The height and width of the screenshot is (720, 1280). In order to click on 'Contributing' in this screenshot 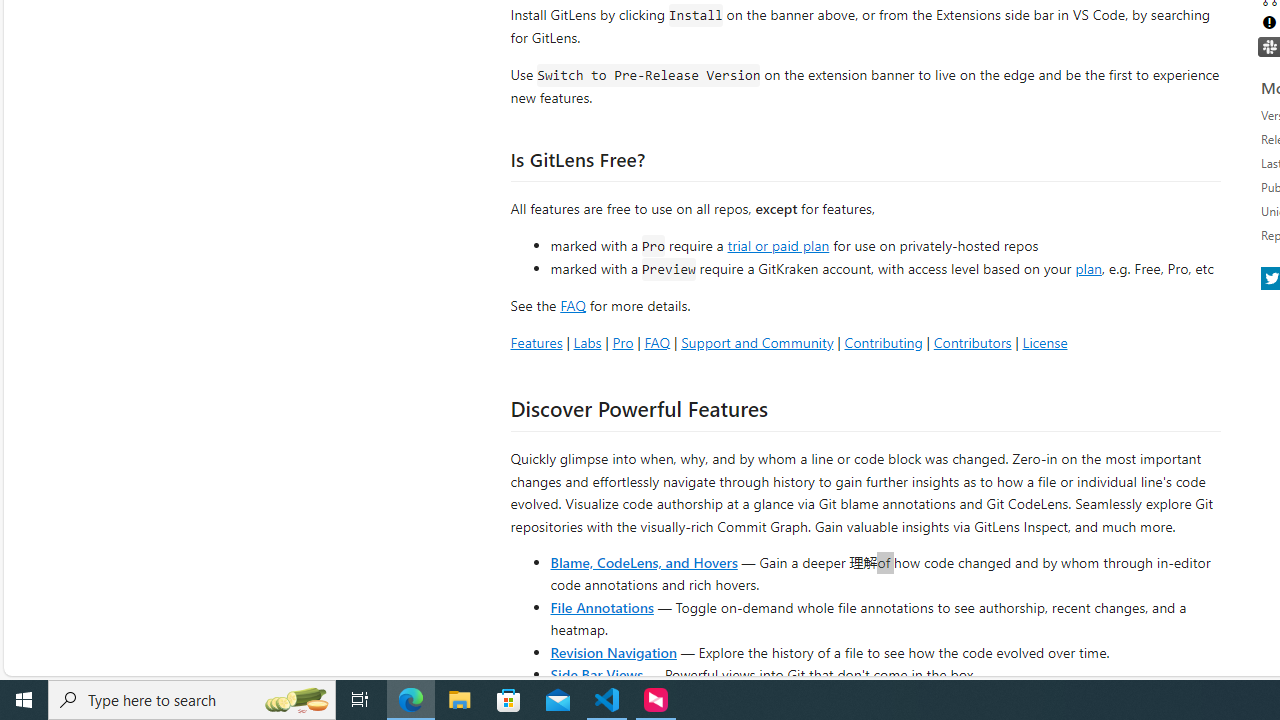, I will do `click(882, 341)`.